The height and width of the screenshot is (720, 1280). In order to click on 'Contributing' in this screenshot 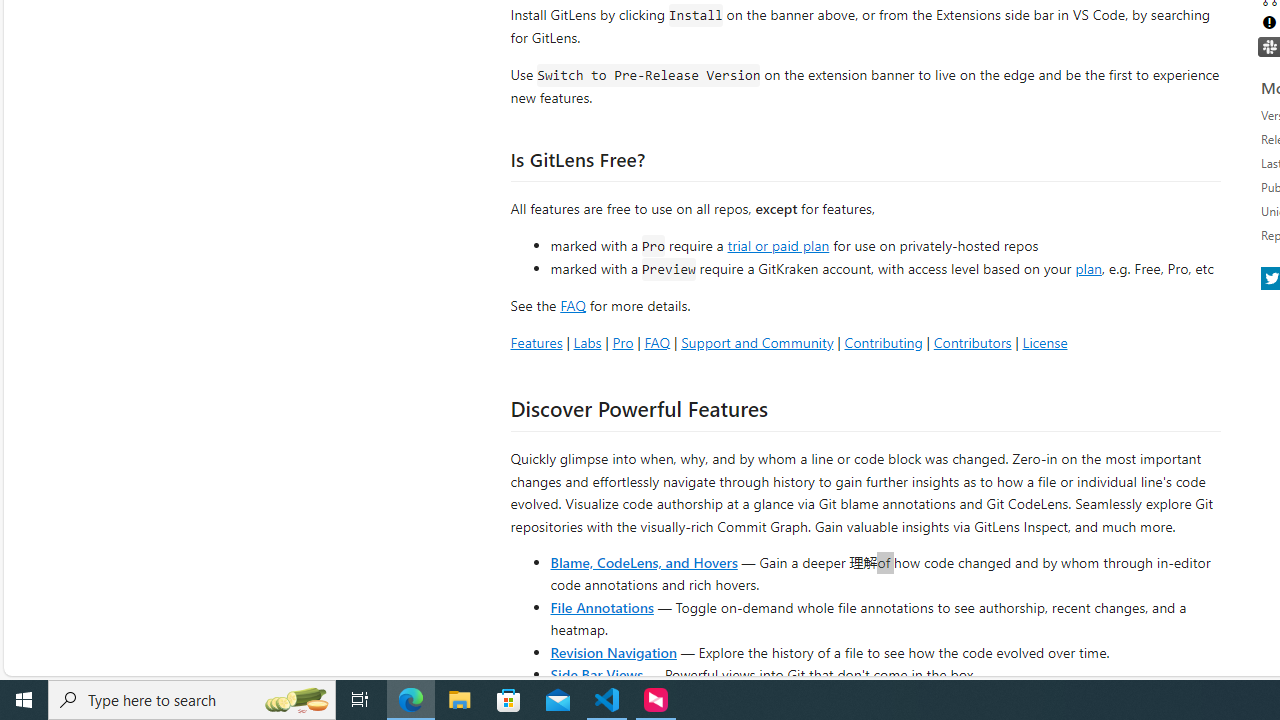, I will do `click(882, 341)`.